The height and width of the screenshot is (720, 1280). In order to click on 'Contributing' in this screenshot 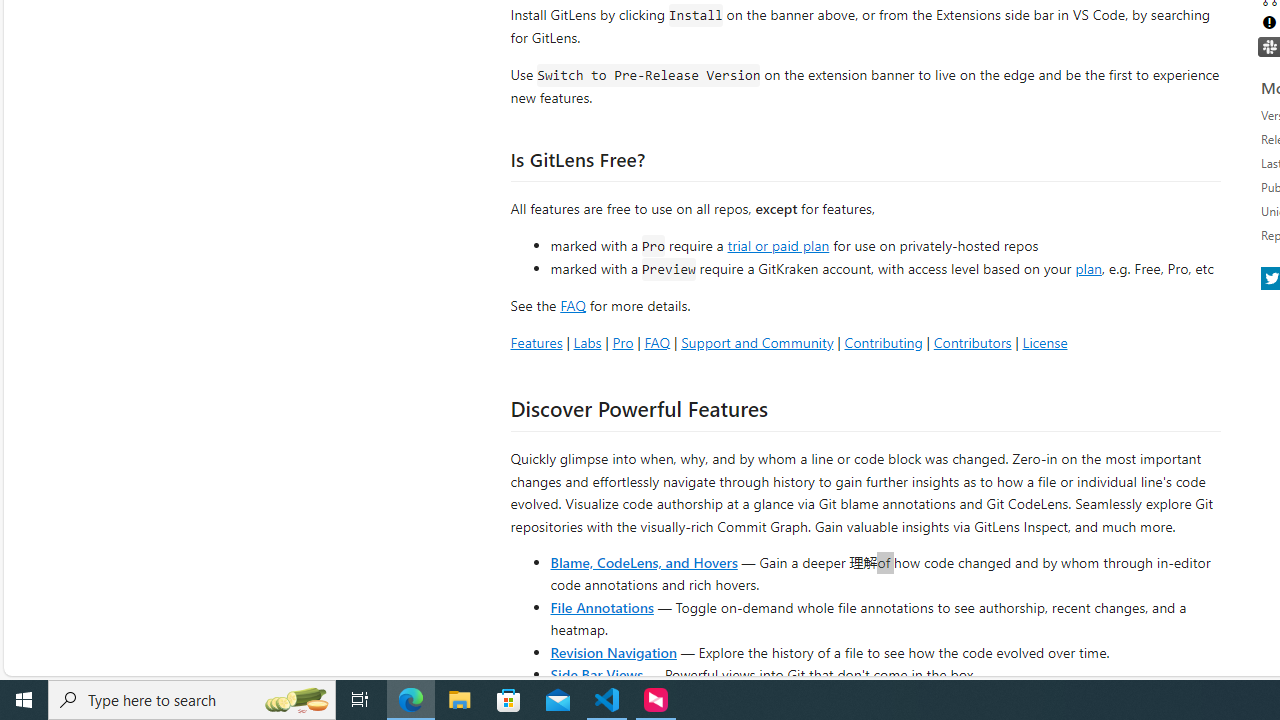, I will do `click(882, 341)`.